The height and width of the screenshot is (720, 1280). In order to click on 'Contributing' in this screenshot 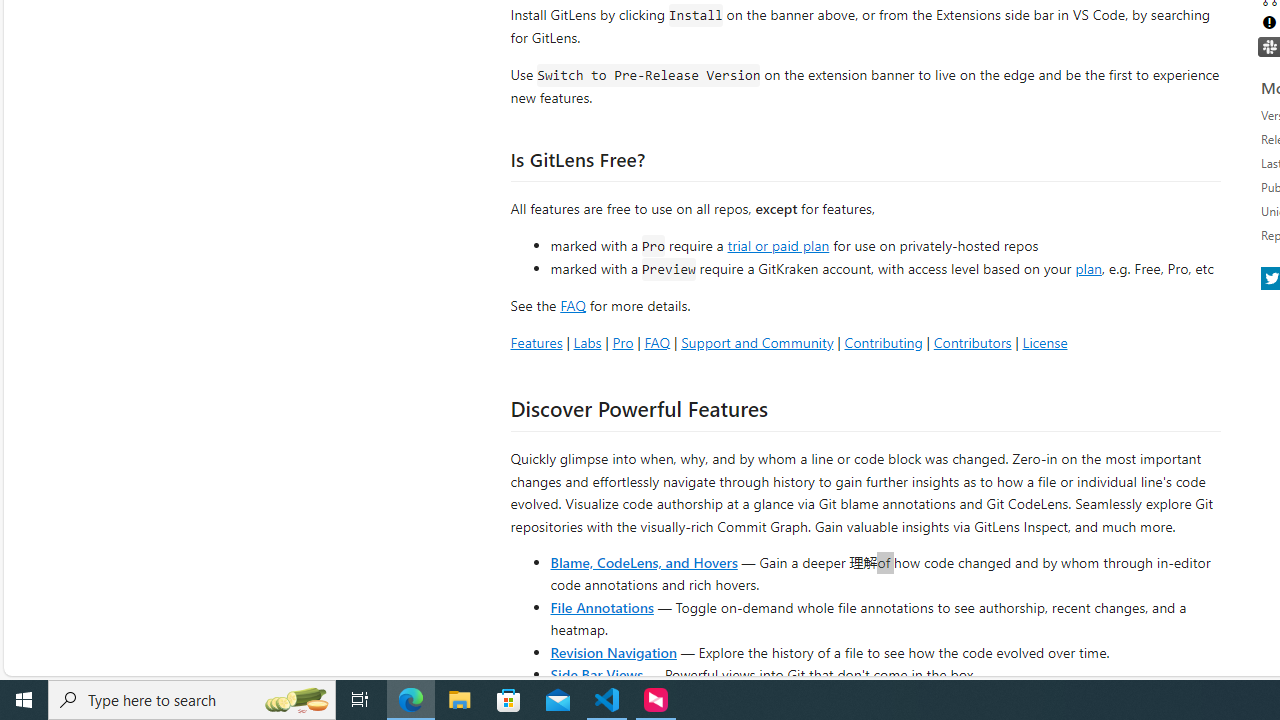, I will do `click(882, 341)`.